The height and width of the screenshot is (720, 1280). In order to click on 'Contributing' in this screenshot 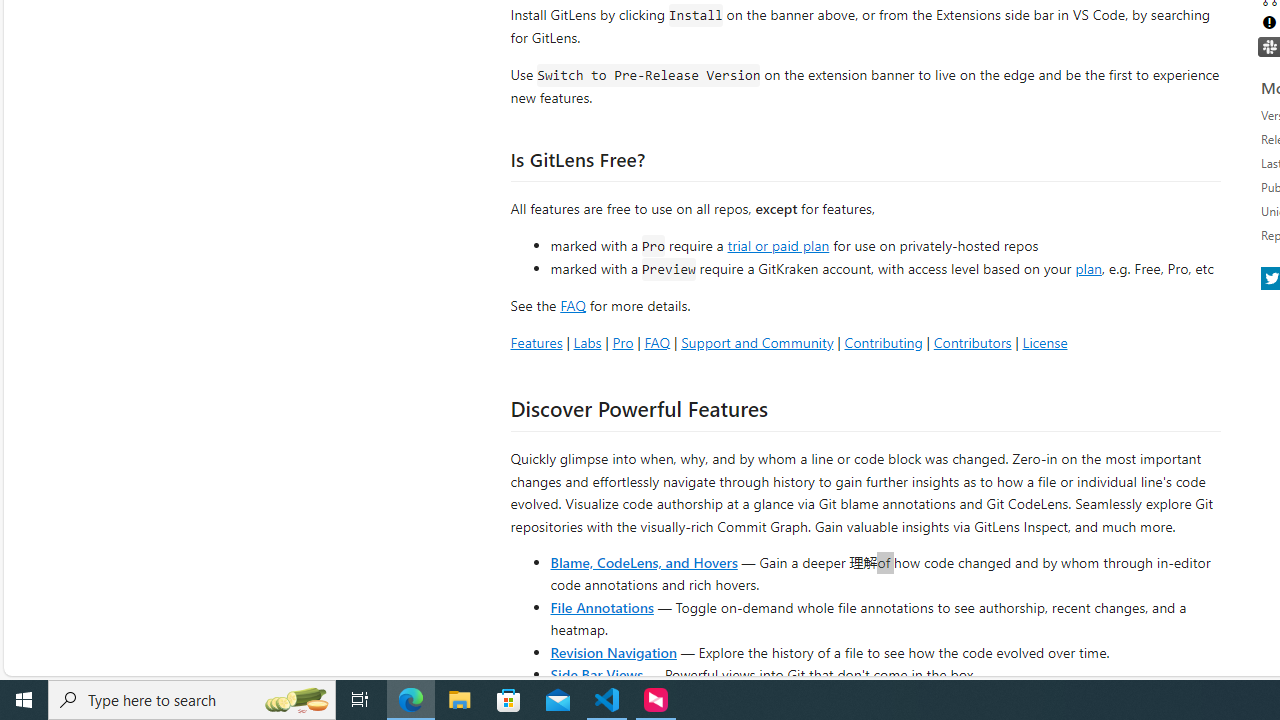, I will do `click(882, 341)`.